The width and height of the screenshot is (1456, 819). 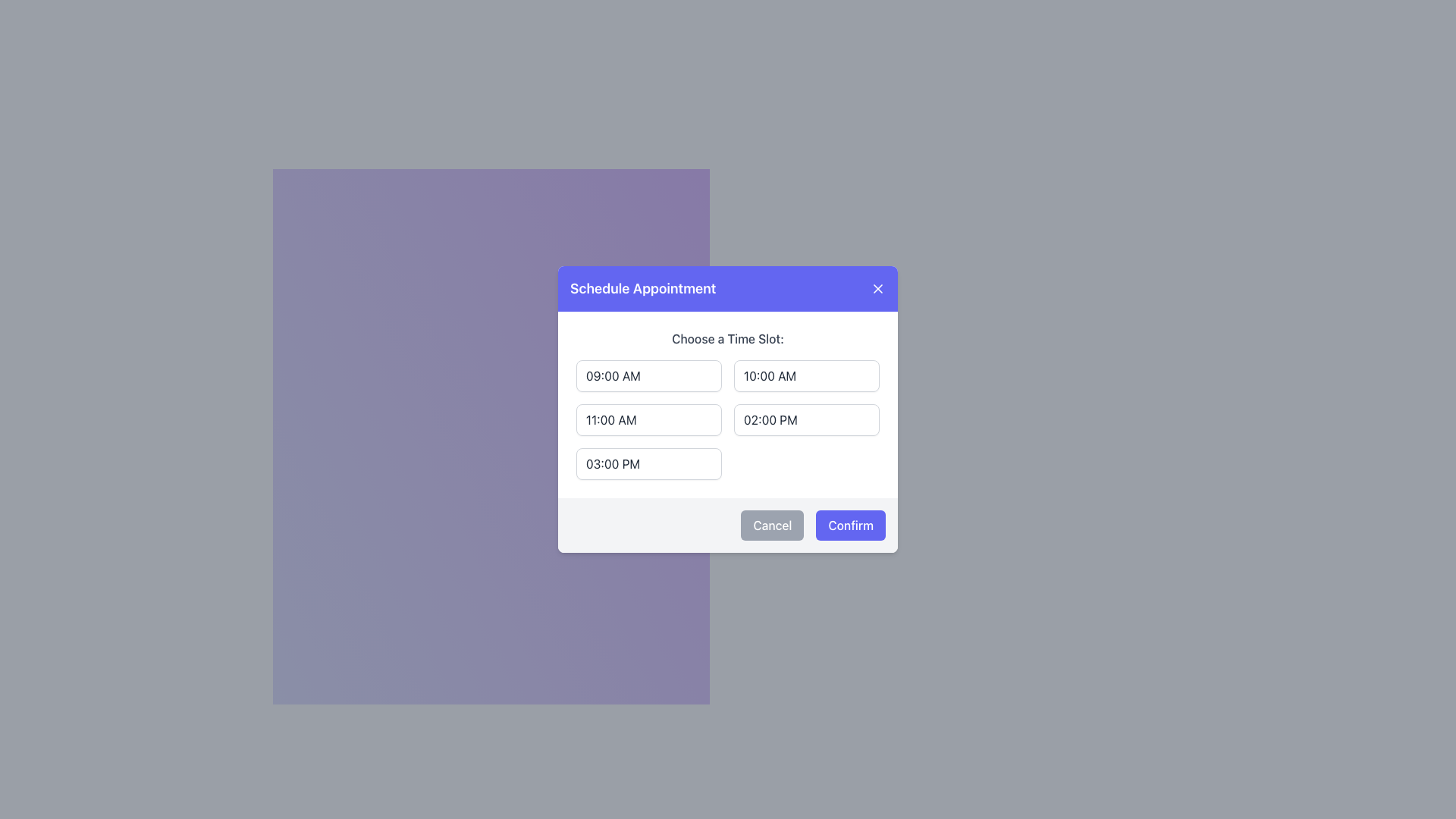 What do you see at coordinates (806, 375) in the screenshot?
I see `the '10:00 AM' button in the 'Schedule Appointment' dialog` at bounding box center [806, 375].